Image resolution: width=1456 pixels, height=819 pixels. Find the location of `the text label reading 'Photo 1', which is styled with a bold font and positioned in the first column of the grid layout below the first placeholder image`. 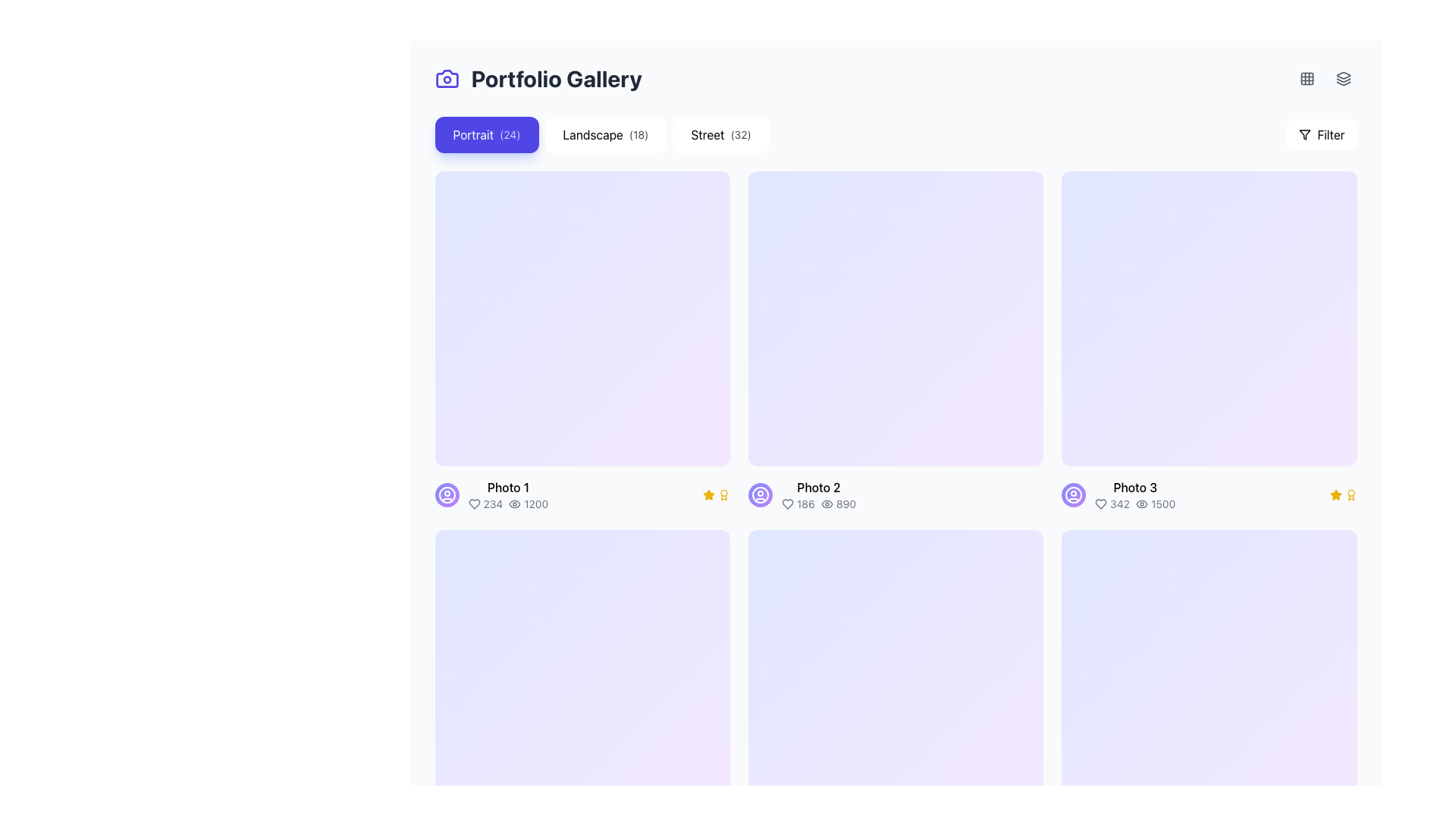

the text label reading 'Photo 1', which is styled with a bold font and positioned in the first column of the grid layout below the first placeholder image is located at coordinates (508, 488).